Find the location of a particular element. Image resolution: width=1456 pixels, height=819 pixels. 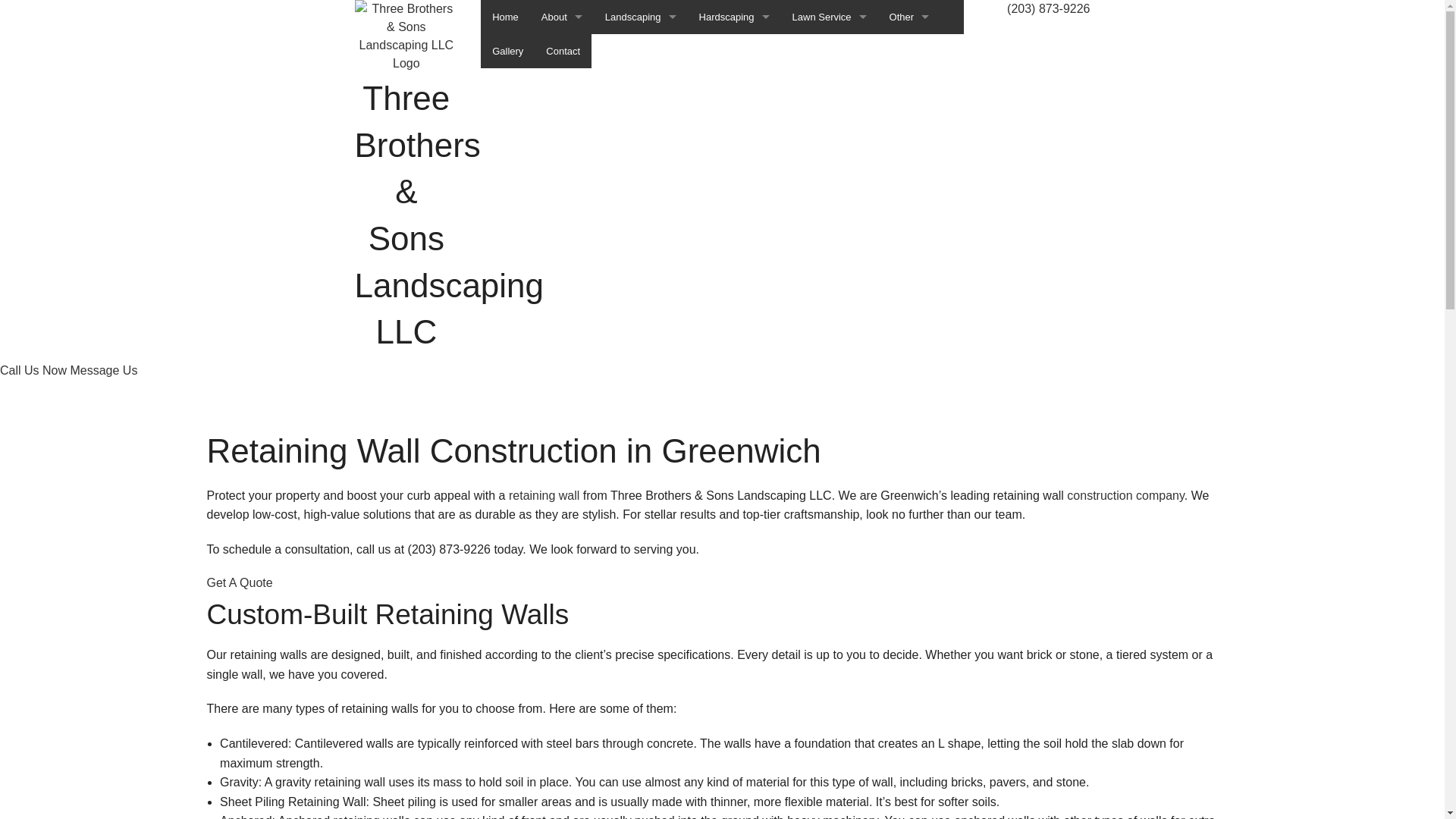

'Gallery' is located at coordinates (507, 50).